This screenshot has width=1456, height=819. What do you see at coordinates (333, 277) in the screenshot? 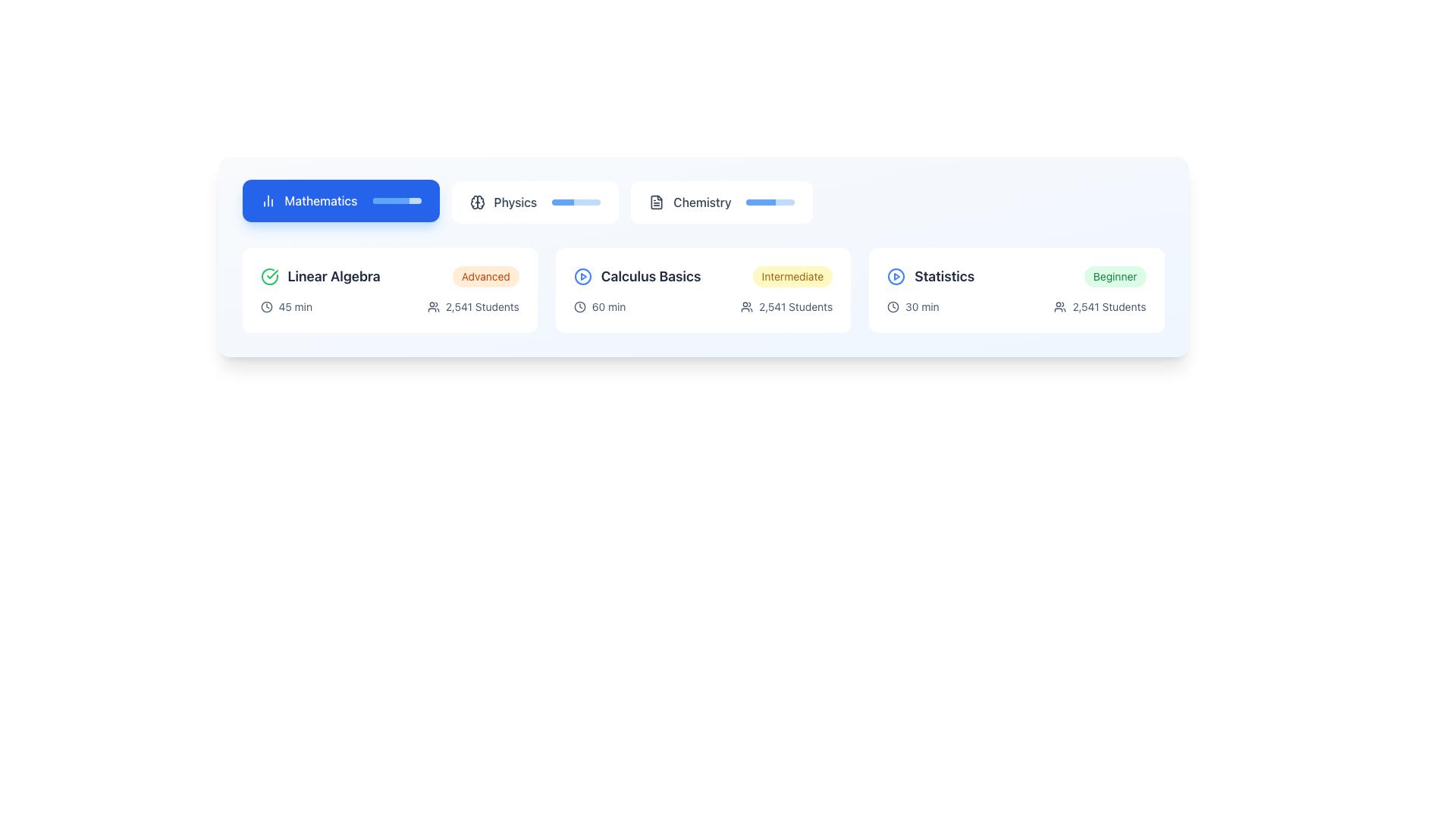
I see `the course title heading within the Mathematics card` at bounding box center [333, 277].